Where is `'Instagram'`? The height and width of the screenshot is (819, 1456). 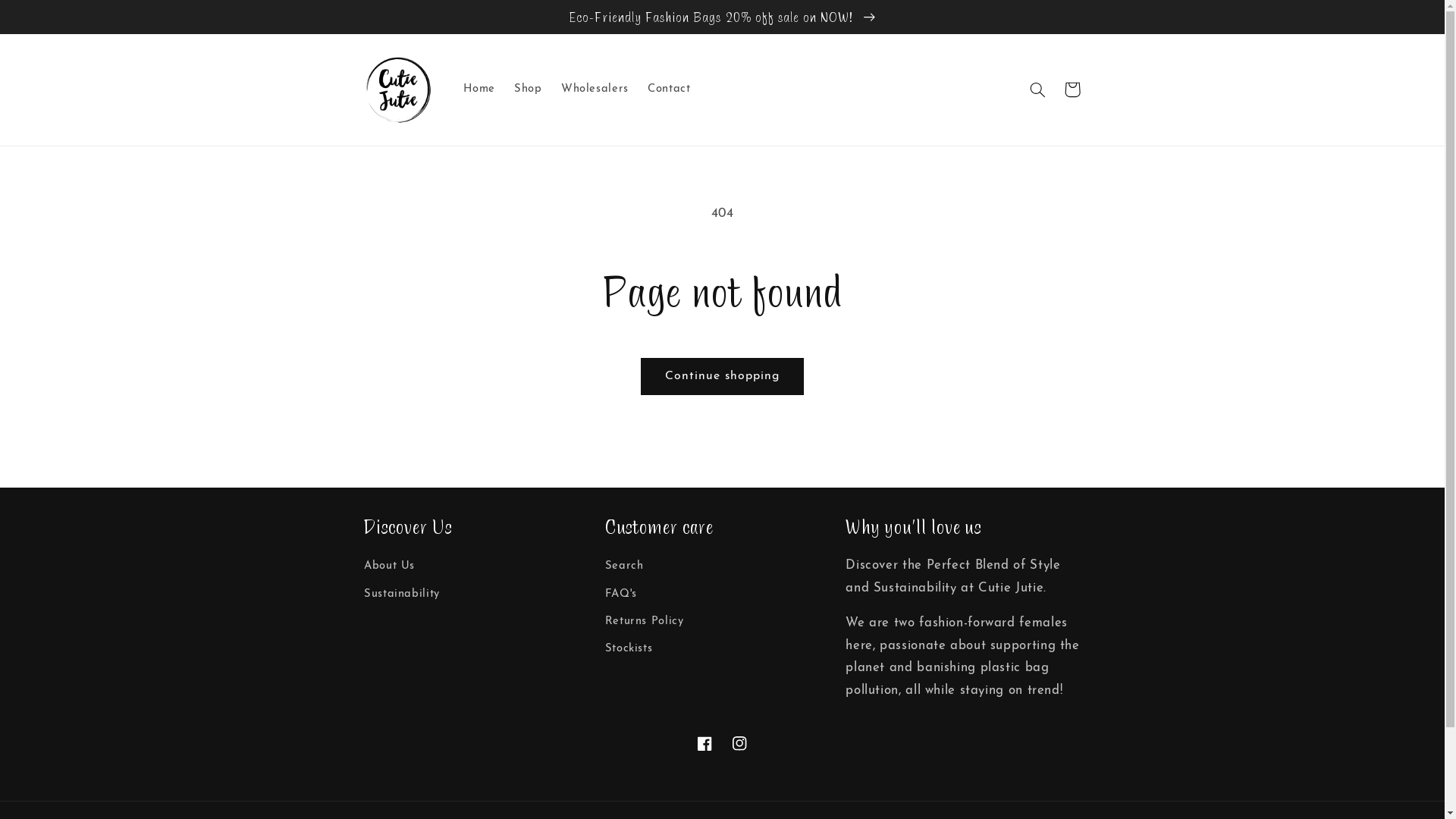
'Instagram' is located at coordinates (739, 742).